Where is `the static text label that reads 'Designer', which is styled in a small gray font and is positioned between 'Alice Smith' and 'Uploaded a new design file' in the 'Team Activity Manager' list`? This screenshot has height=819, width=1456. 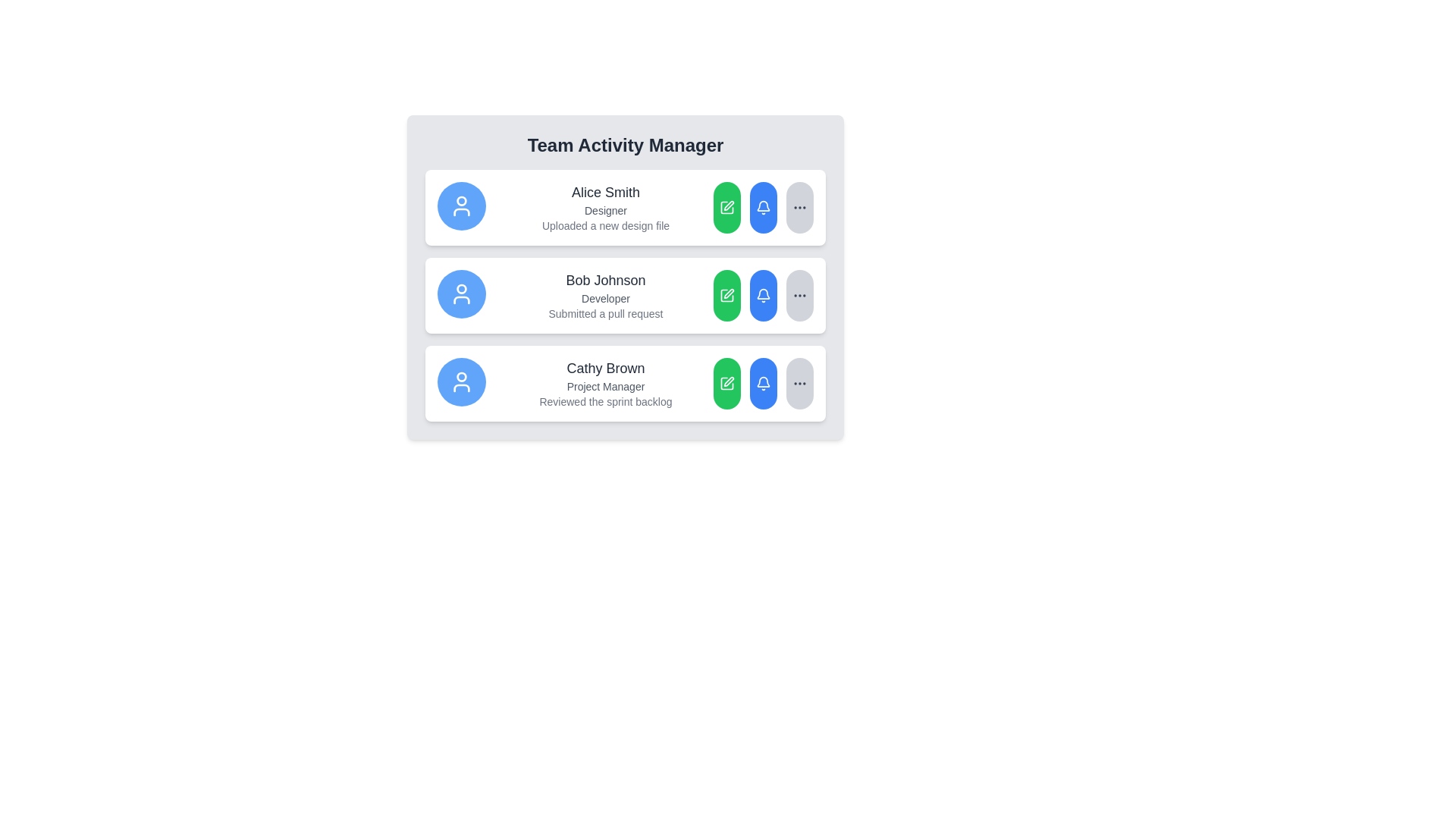 the static text label that reads 'Designer', which is styled in a small gray font and is positioned between 'Alice Smith' and 'Uploaded a new design file' in the 'Team Activity Manager' list is located at coordinates (604, 210).